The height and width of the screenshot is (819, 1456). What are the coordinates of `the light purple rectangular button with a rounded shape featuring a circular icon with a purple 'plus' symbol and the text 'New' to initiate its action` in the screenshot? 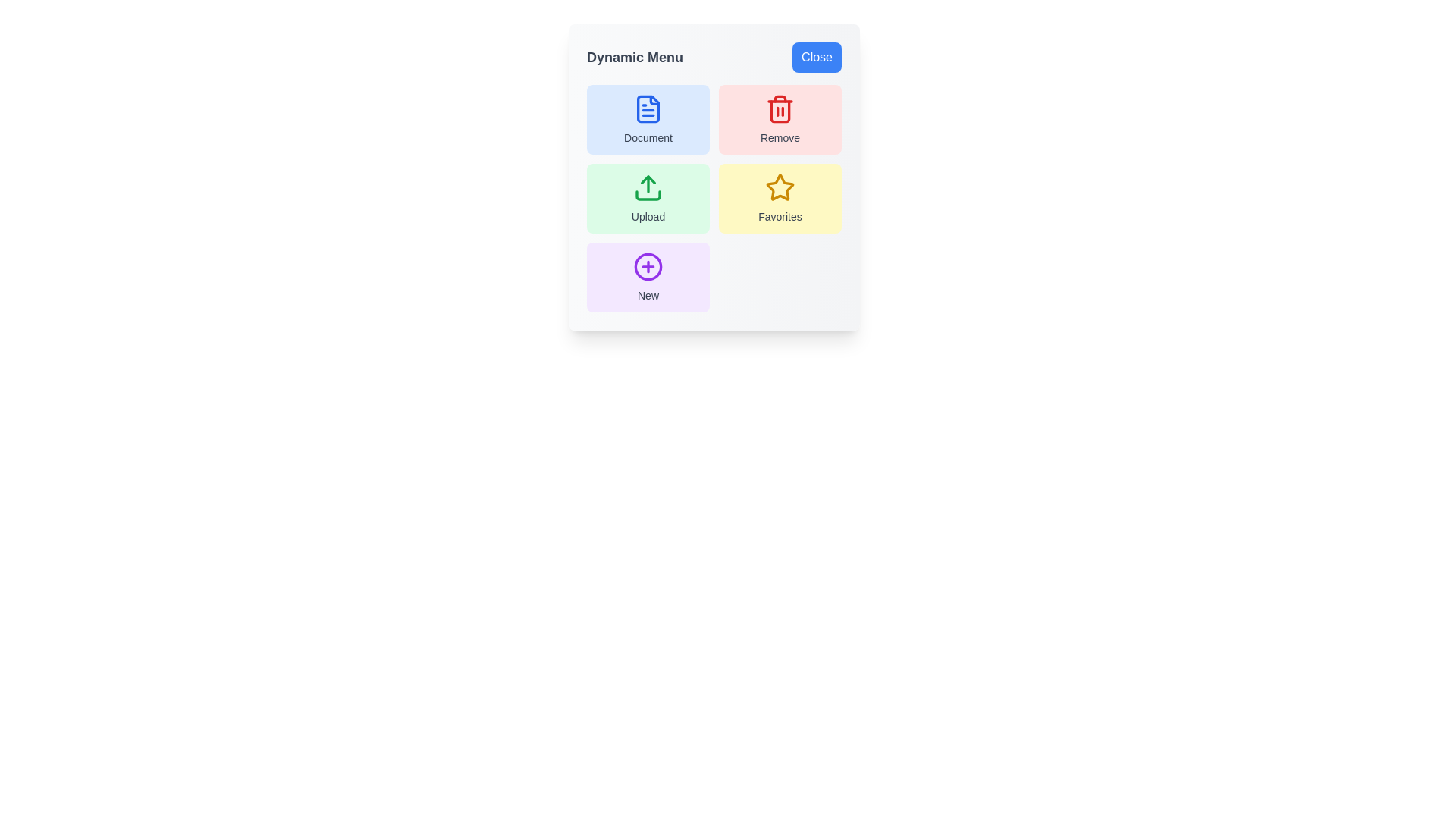 It's located at (648, 278).